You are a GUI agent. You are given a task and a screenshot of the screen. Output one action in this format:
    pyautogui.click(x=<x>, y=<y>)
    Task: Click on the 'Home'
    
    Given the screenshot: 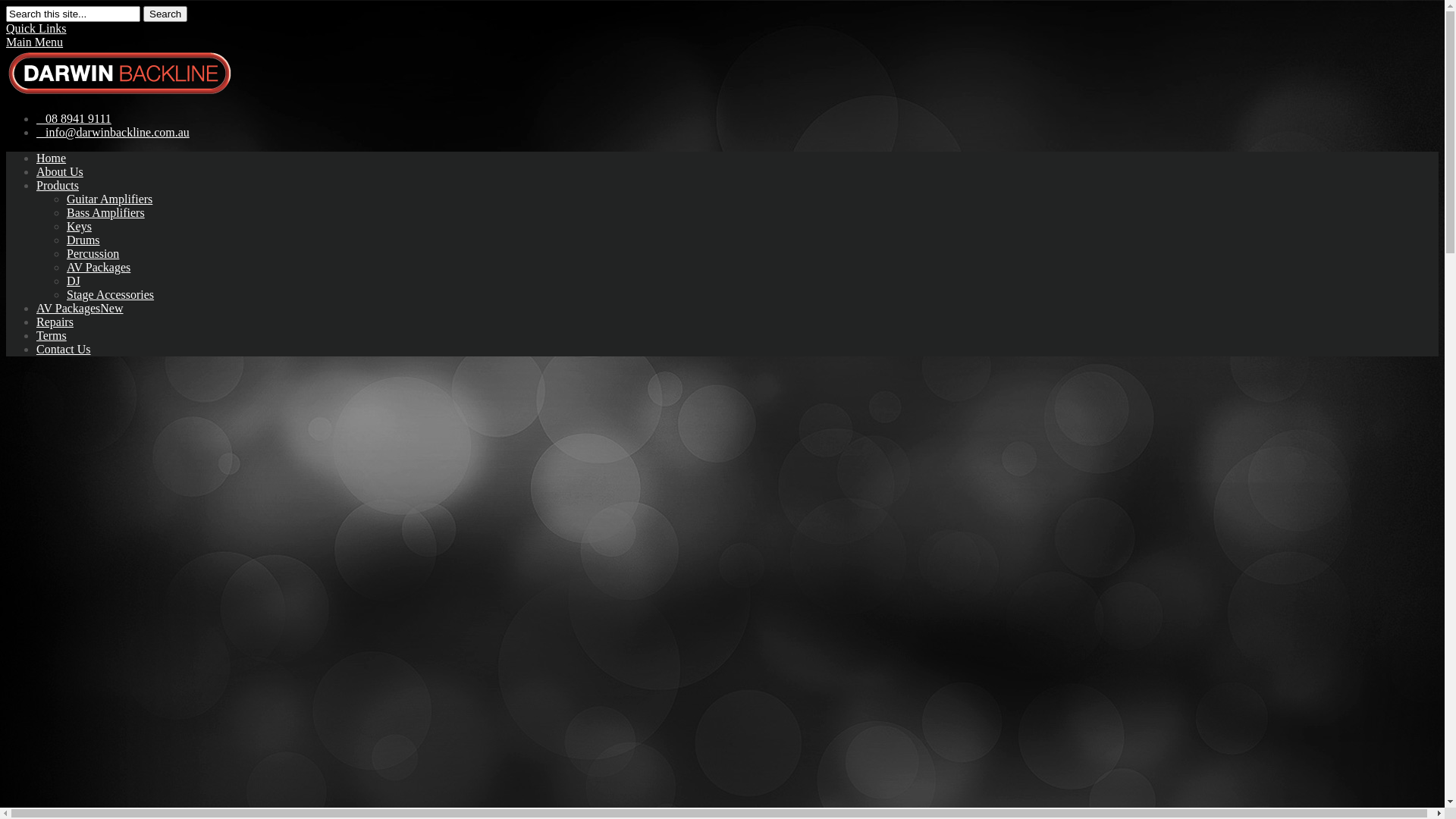 What is the action you would take?
    pyautogui.click(x=51, y=158)
    